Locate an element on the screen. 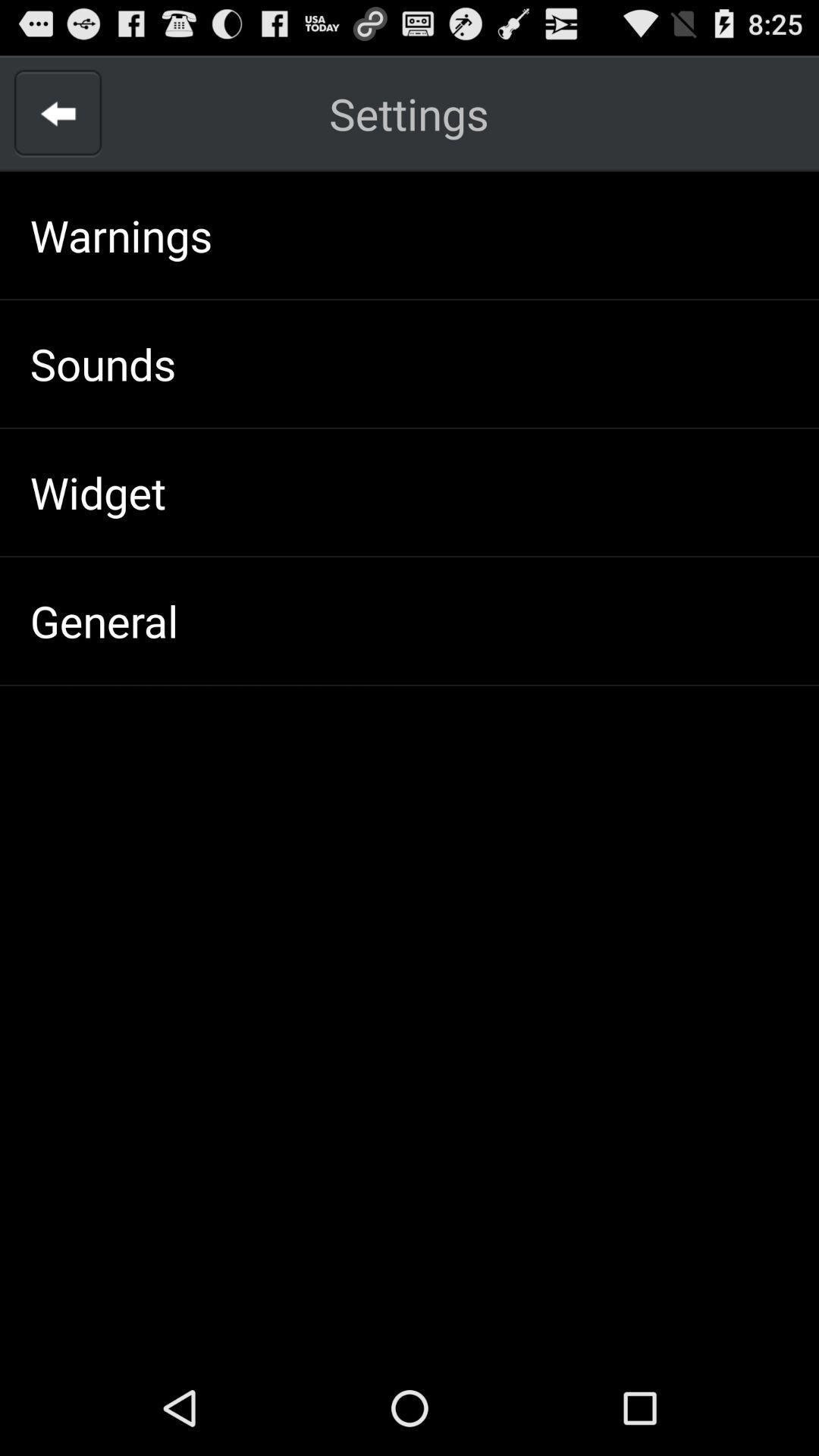  go back is located at coordinates (57, 112).